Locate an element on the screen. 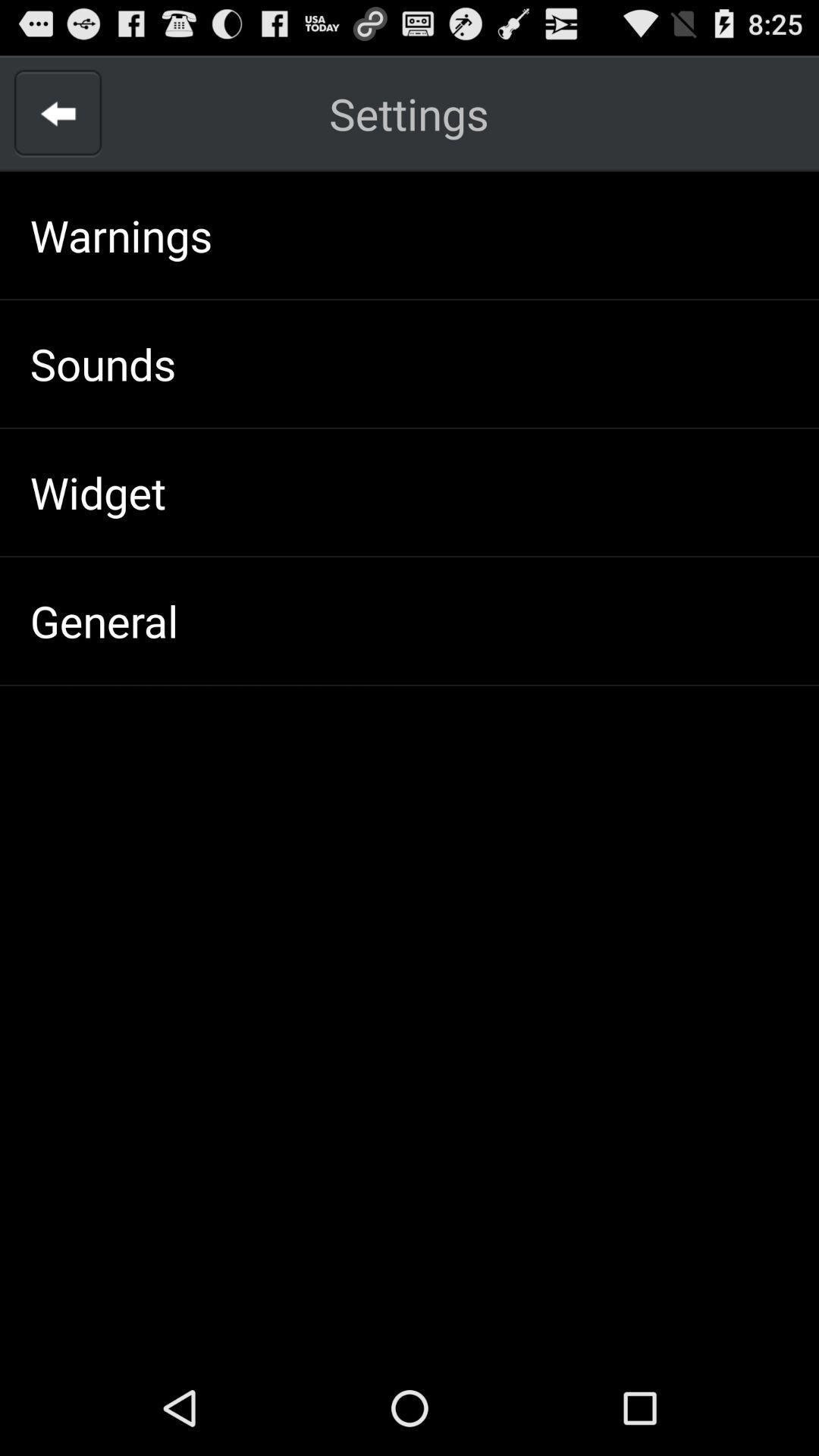  go back is located at coordinates (57, 112).